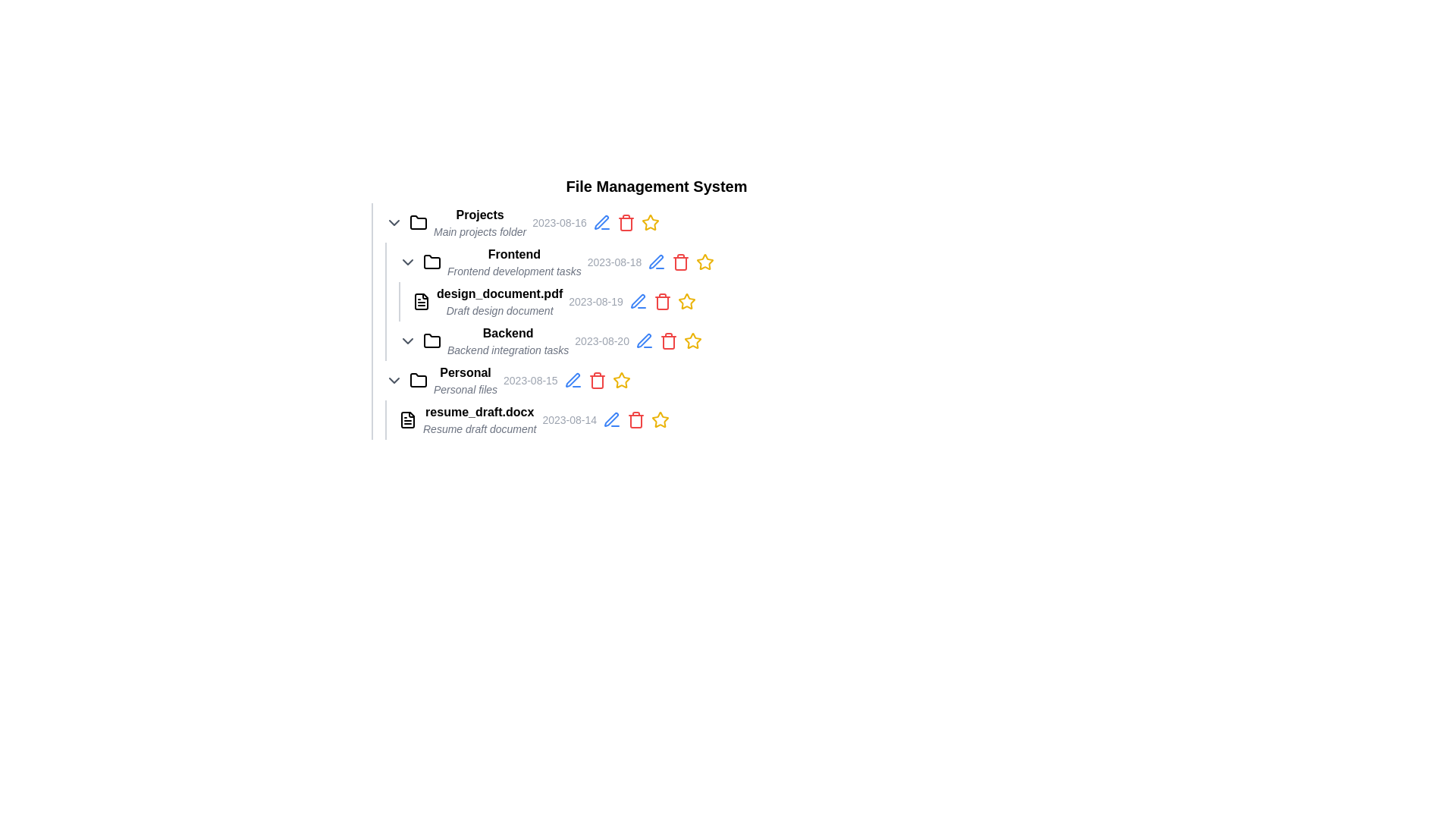 The height and width of the screenshot is (819, 1456). Describe the element at coordinates (650, 222) in the screenshot. I see `the icon to mark the 'Projects' folder as a favorite, located at the right side of the row corresponding to the 'Projects' folder` at that location.